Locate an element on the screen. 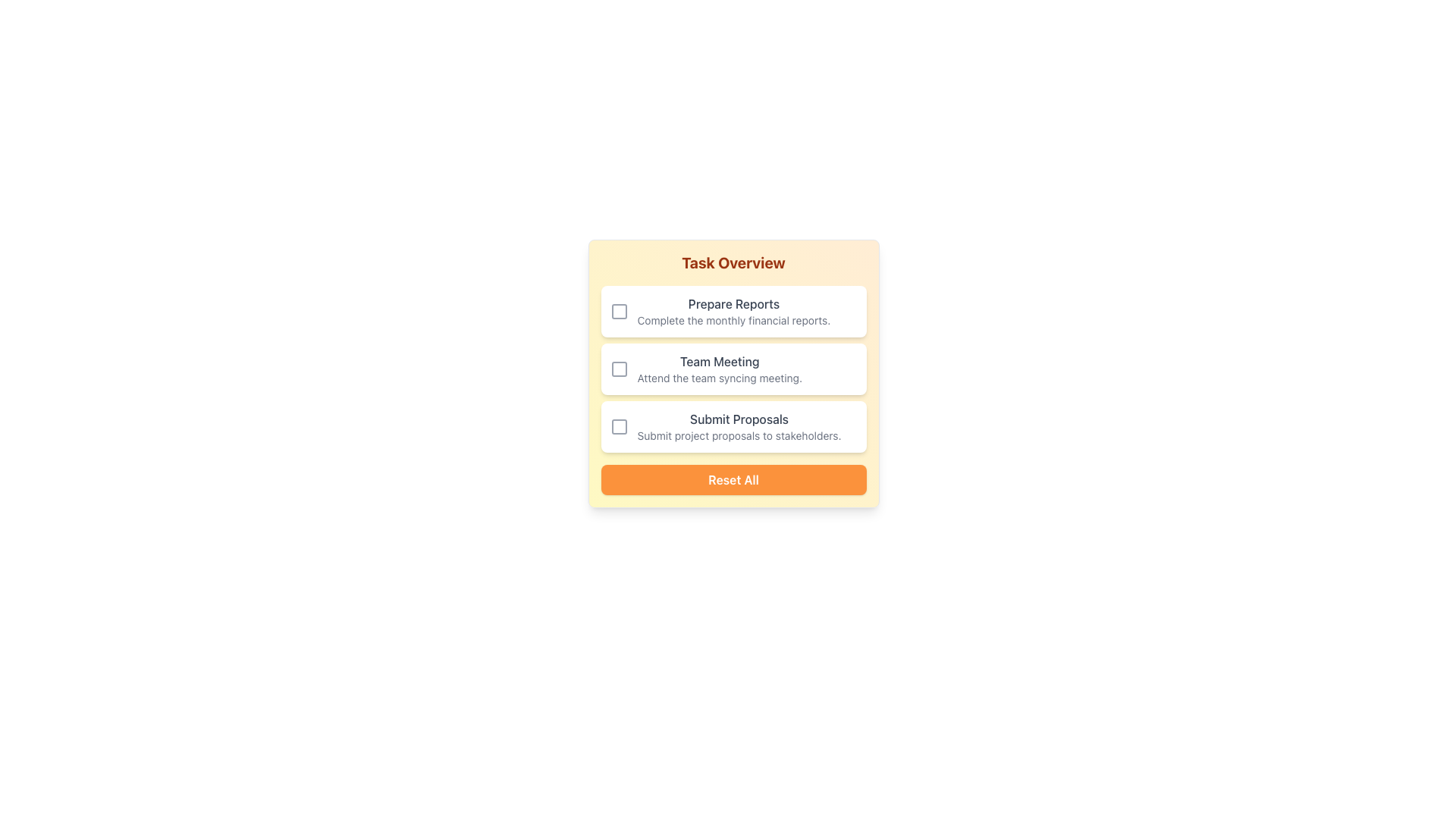 Image resolution: width=1456 pixels, height=819 pixels. the text label displaying the message 'Submit project proposals to stakeholders.' located beneath the bold text 'Submit Proposals.' is located at coordinates (739, 435).